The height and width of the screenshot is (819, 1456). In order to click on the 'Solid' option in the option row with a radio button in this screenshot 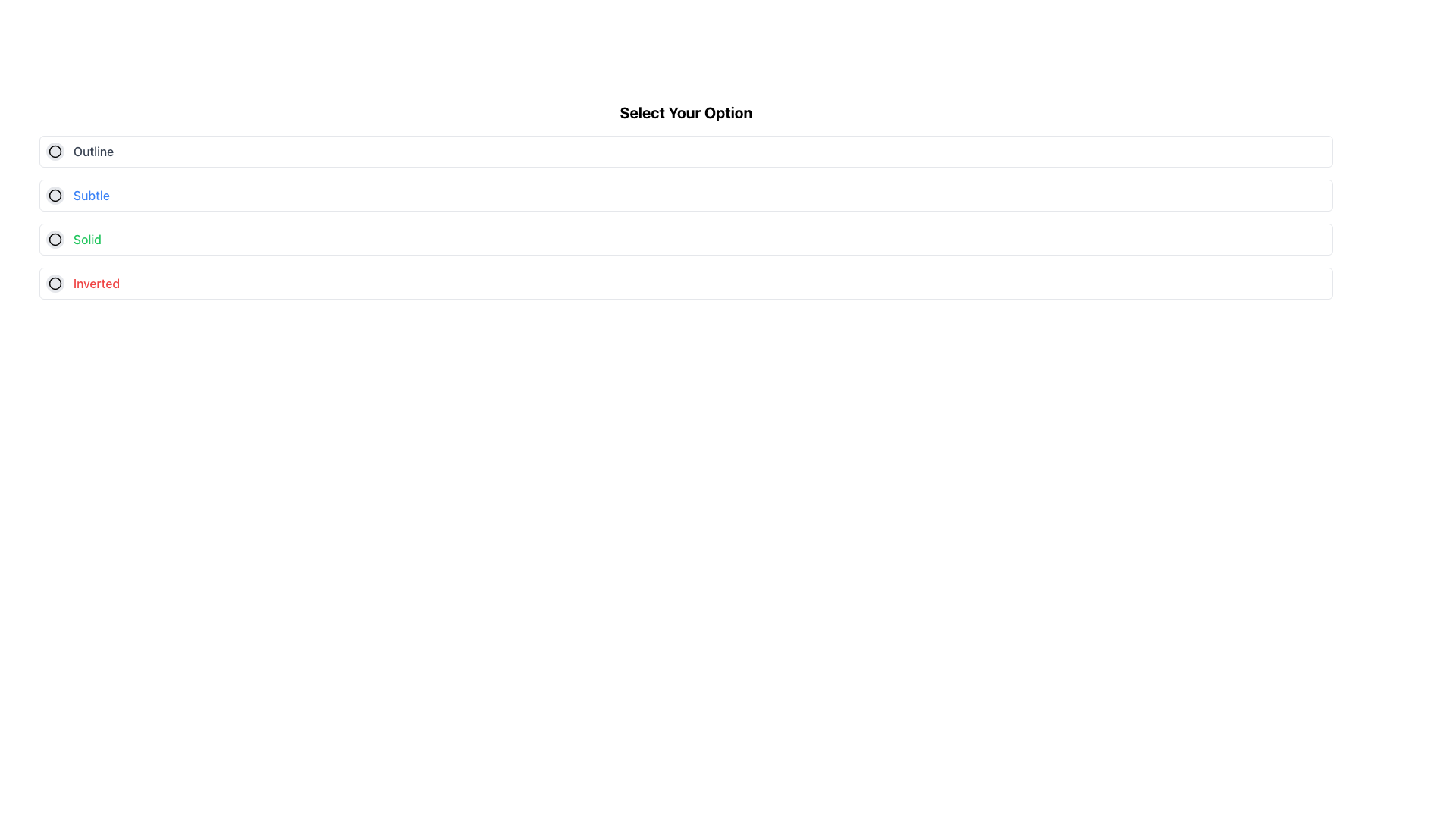, I will do `click(686, 239)`.